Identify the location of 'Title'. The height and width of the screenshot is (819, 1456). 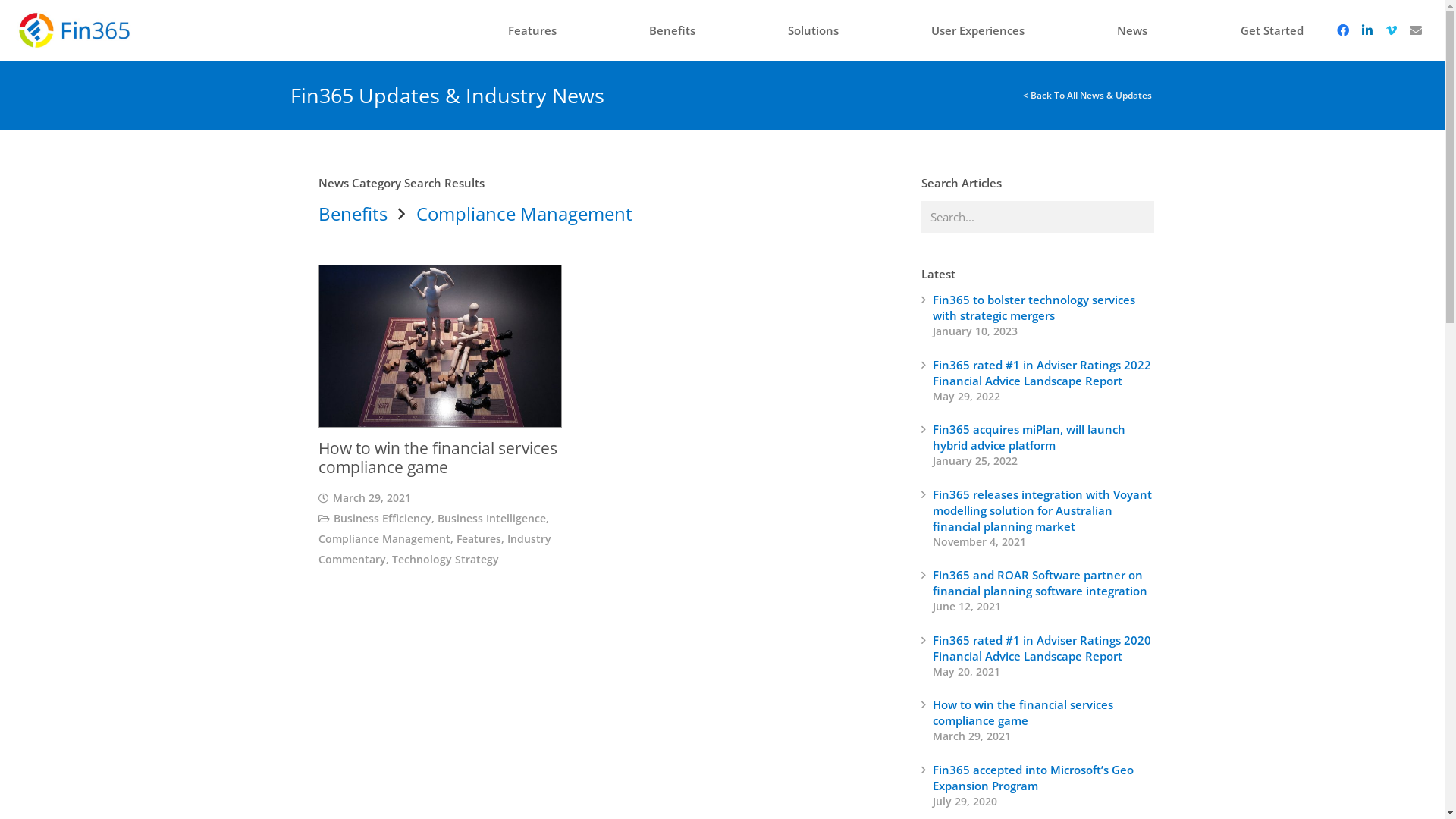
(1414, 30).